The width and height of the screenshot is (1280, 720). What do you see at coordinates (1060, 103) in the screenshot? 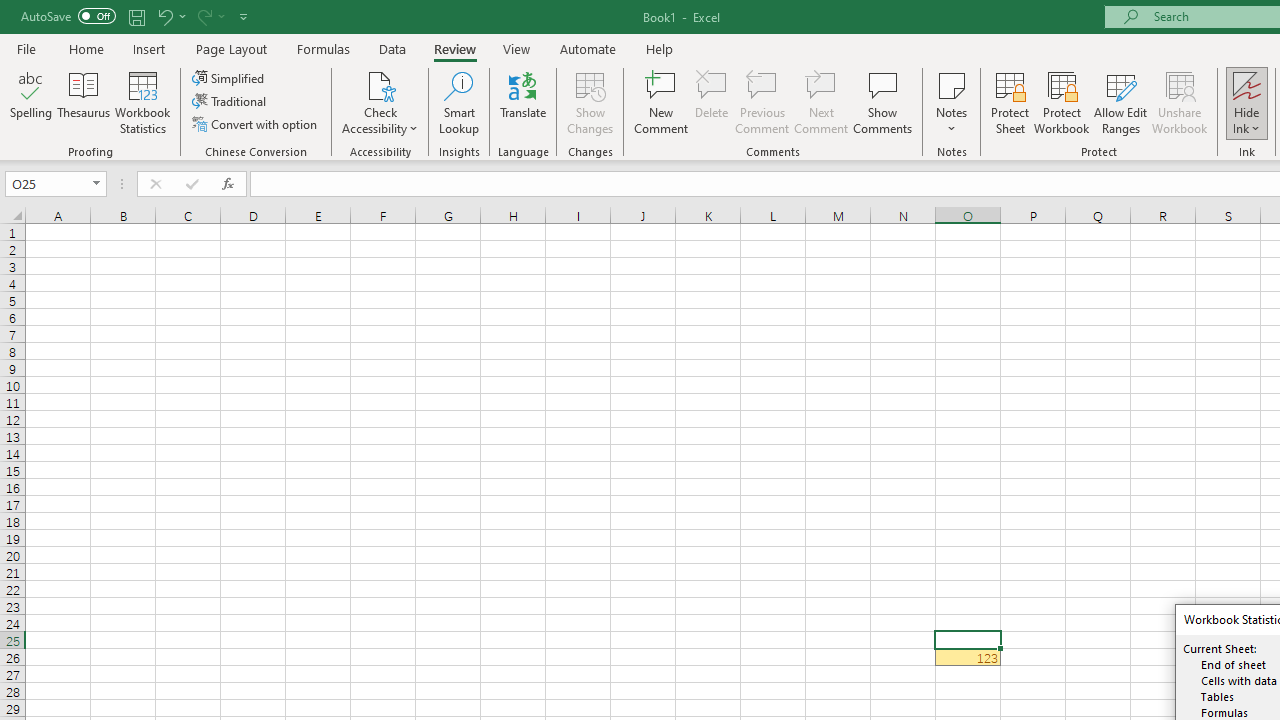
I see `'Protect Workbook...'` at bounding box center [1060, 103].